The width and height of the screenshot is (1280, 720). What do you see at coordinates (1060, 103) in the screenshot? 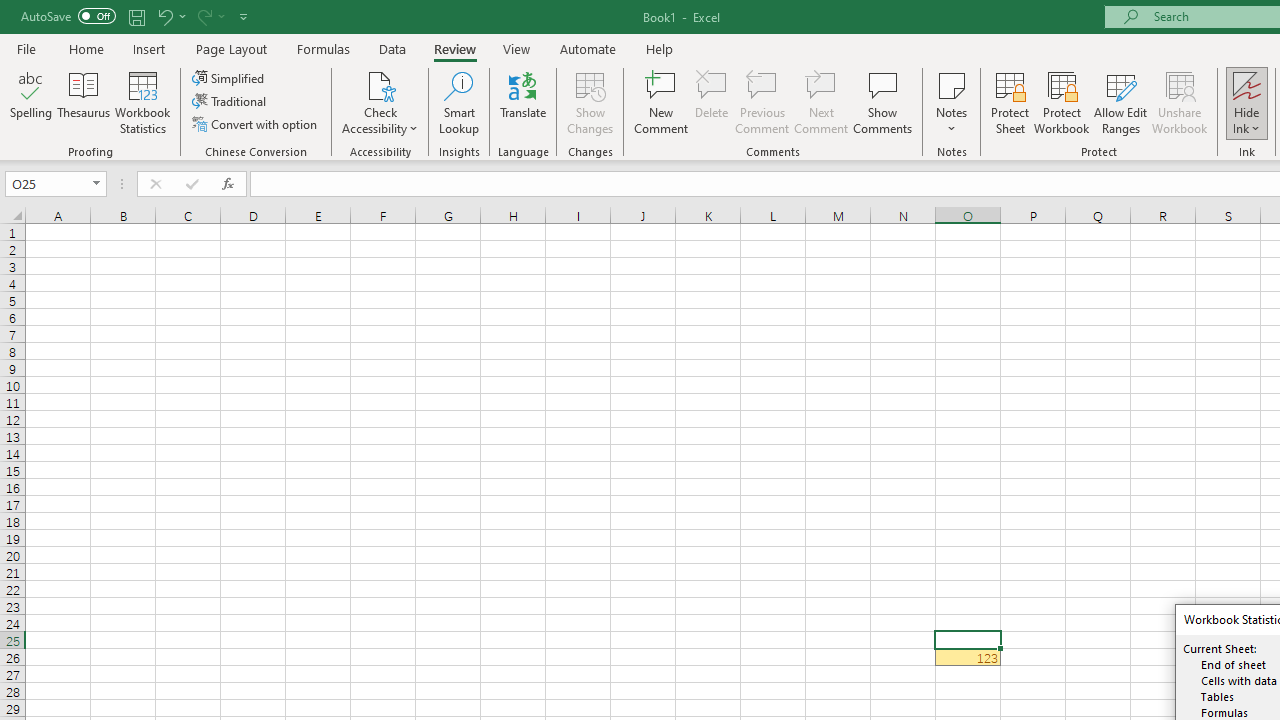
I see `'Protect Workbook...'` at bounding box center [1060, 103].